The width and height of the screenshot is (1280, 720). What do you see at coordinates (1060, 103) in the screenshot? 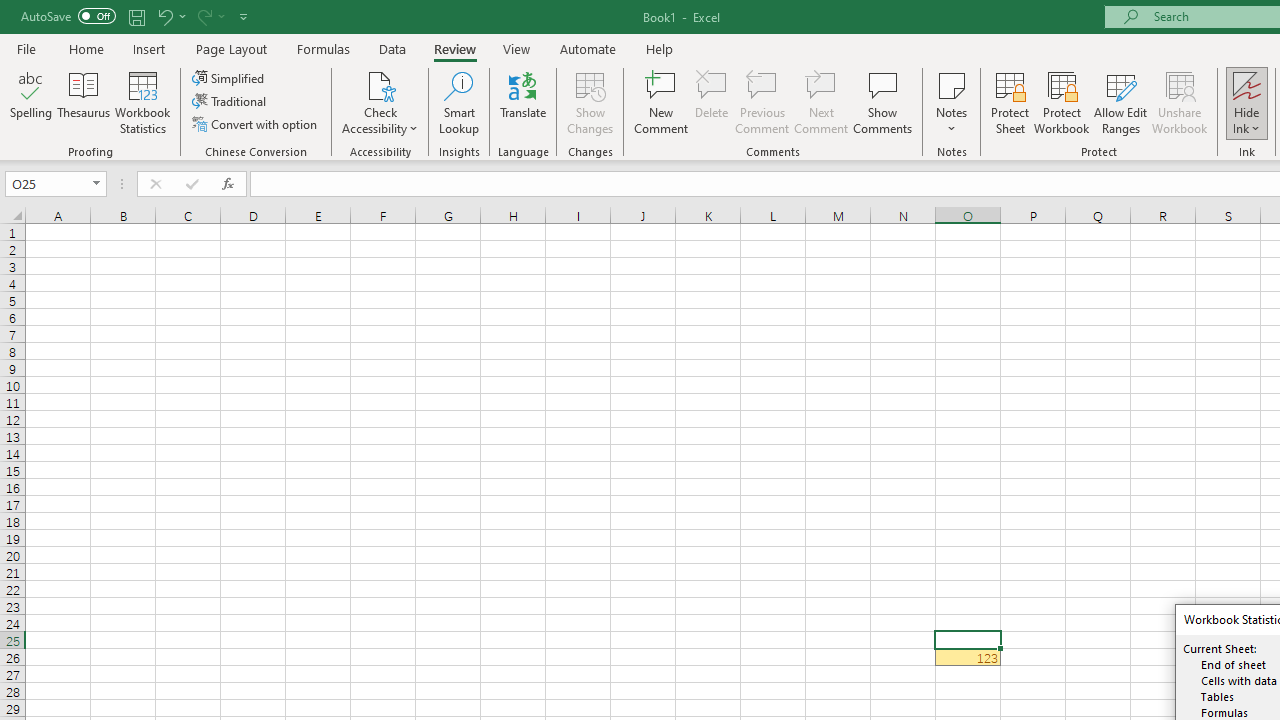
I see `'Protect Workbook...'` at bounding box center [1060, 103].